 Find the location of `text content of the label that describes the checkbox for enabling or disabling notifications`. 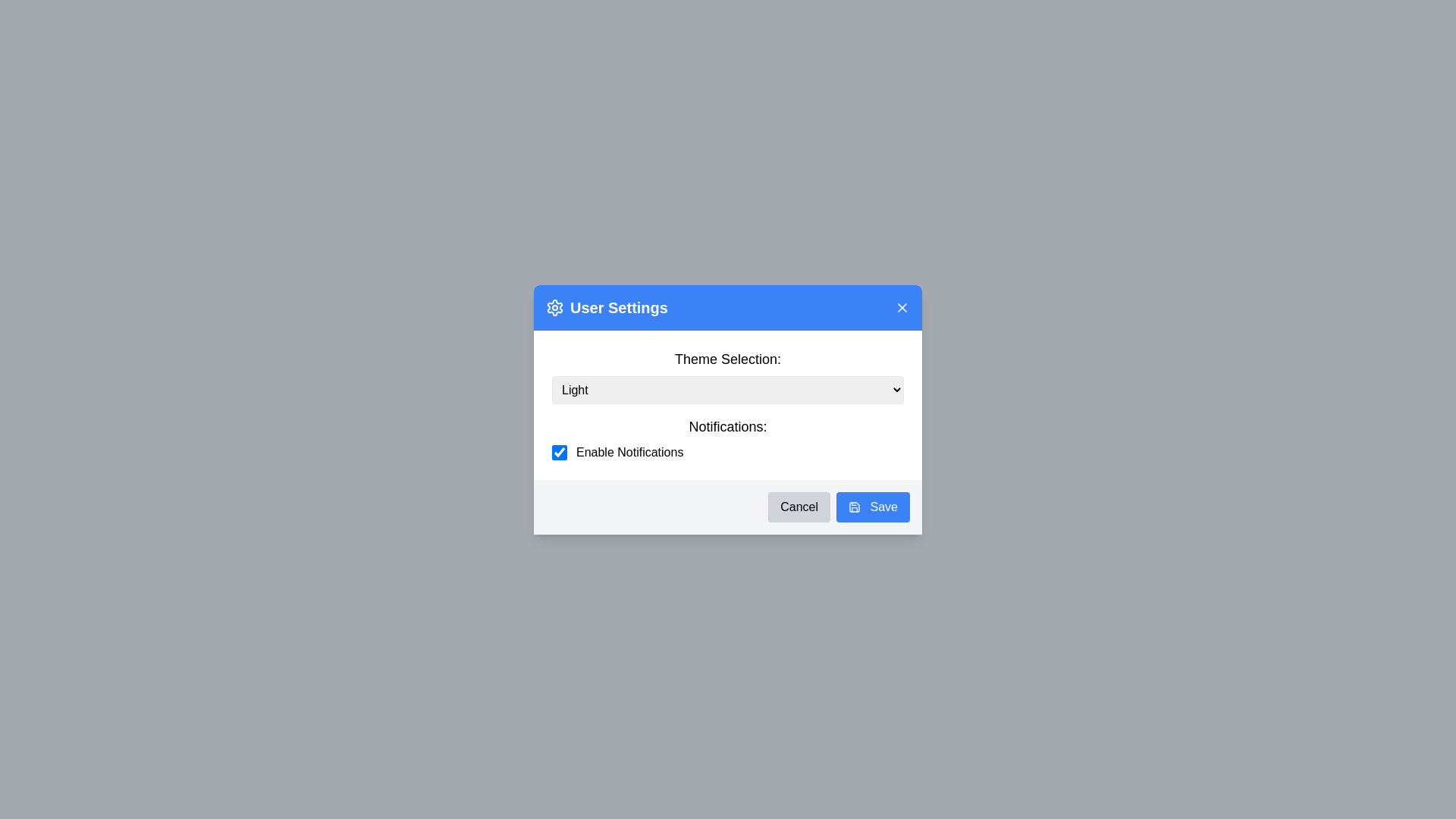

text content of the label that describes the checkbox for enabling or disabling notifications is located at coordinates (629, 451).